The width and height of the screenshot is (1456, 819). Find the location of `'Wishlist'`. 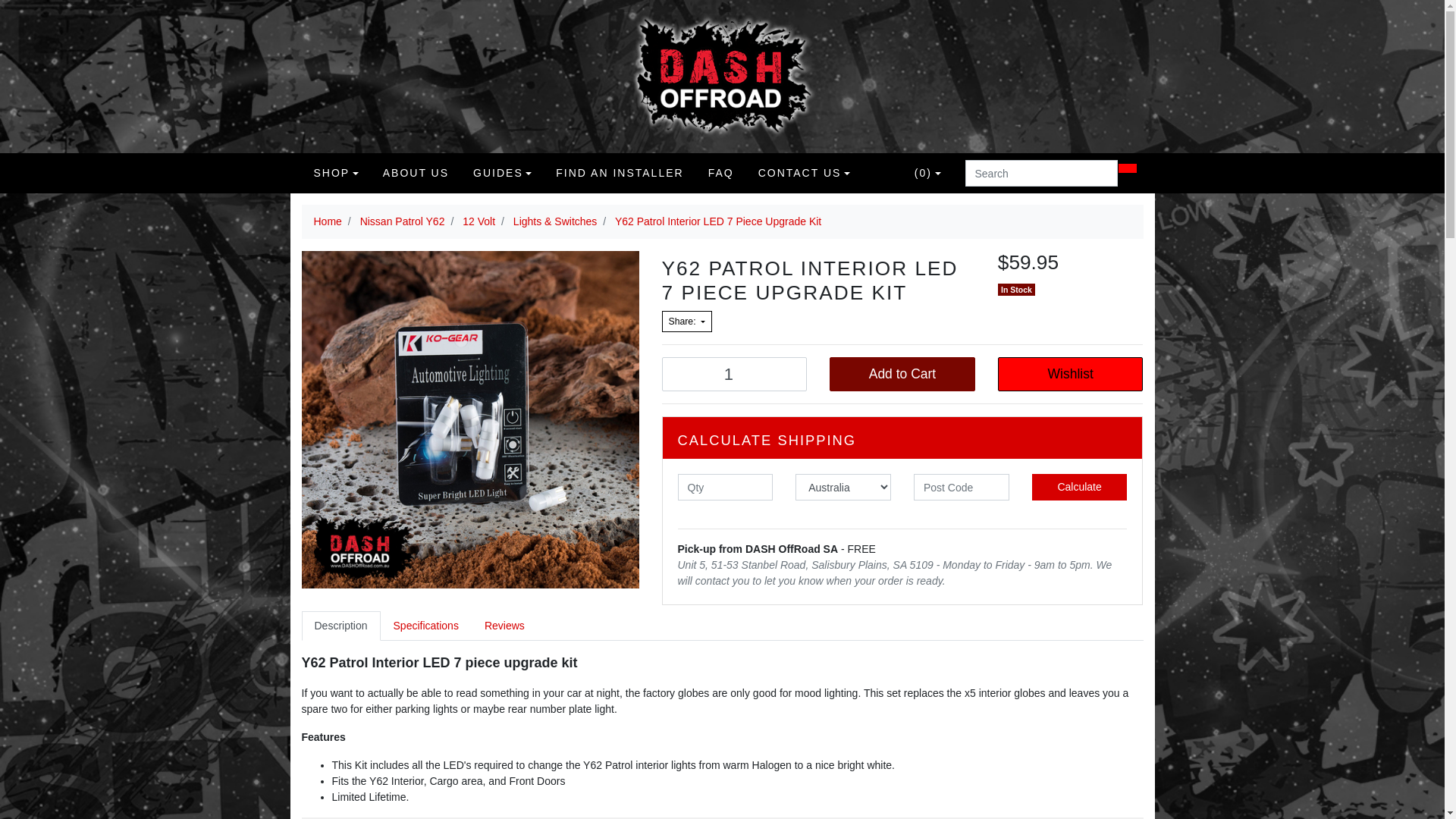

'Wishlist' is located at coordinates (1069, 374).